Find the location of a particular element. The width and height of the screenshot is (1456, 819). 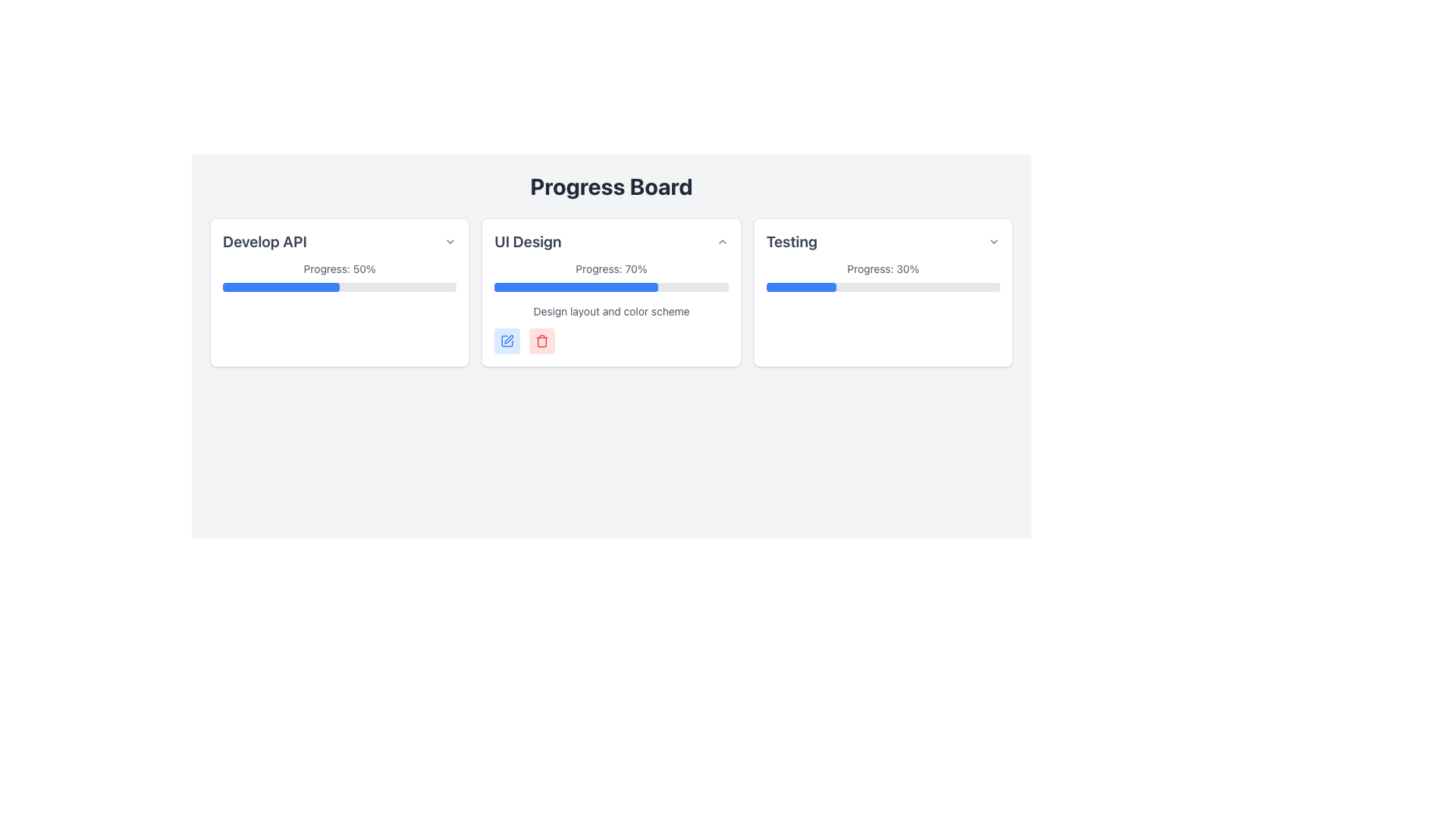

the leftmost button in the horizontal sequence of icons below the 'UI Design' section is located at coordinates (507, 341).